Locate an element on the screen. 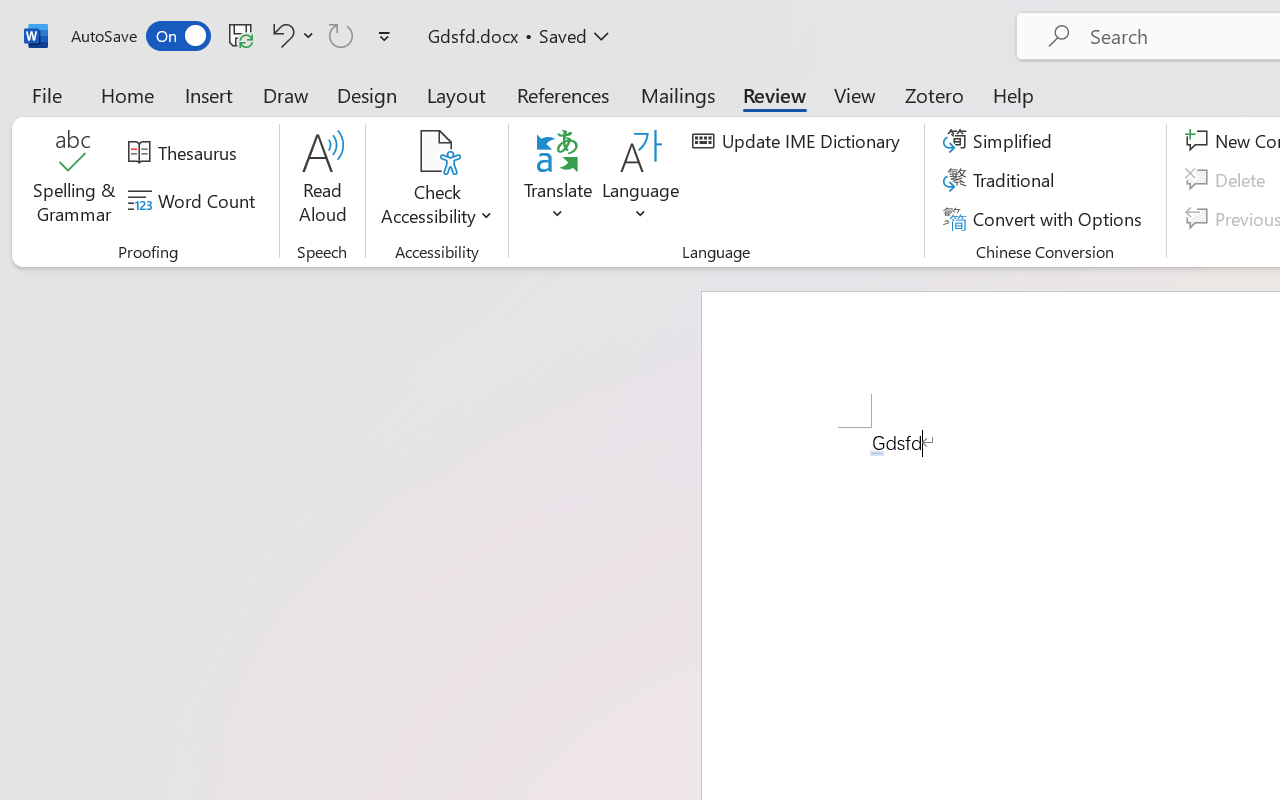 The image size is (1280, 800). 'Word Count' is located at coordinates (194, 201).